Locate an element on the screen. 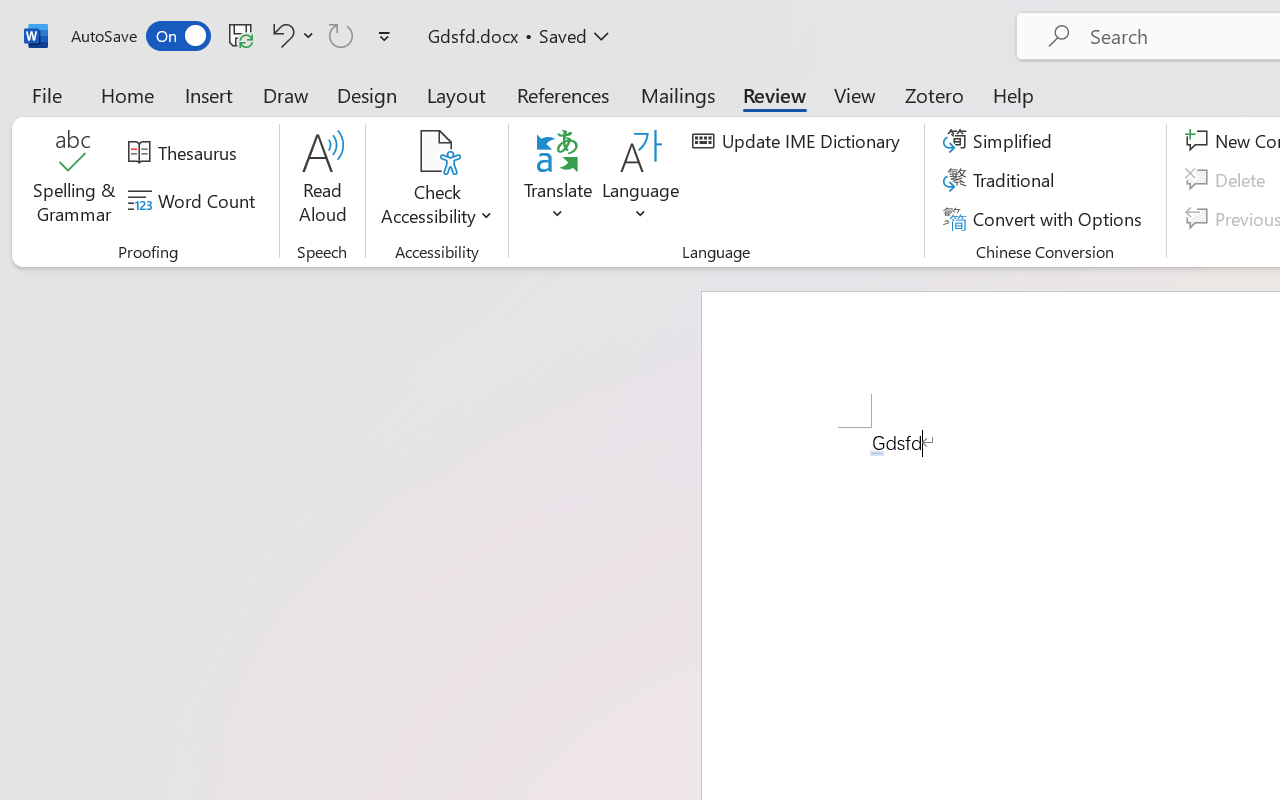 The image size is (1280, 800). 'Word Count' is located at coordinates (194, 201).